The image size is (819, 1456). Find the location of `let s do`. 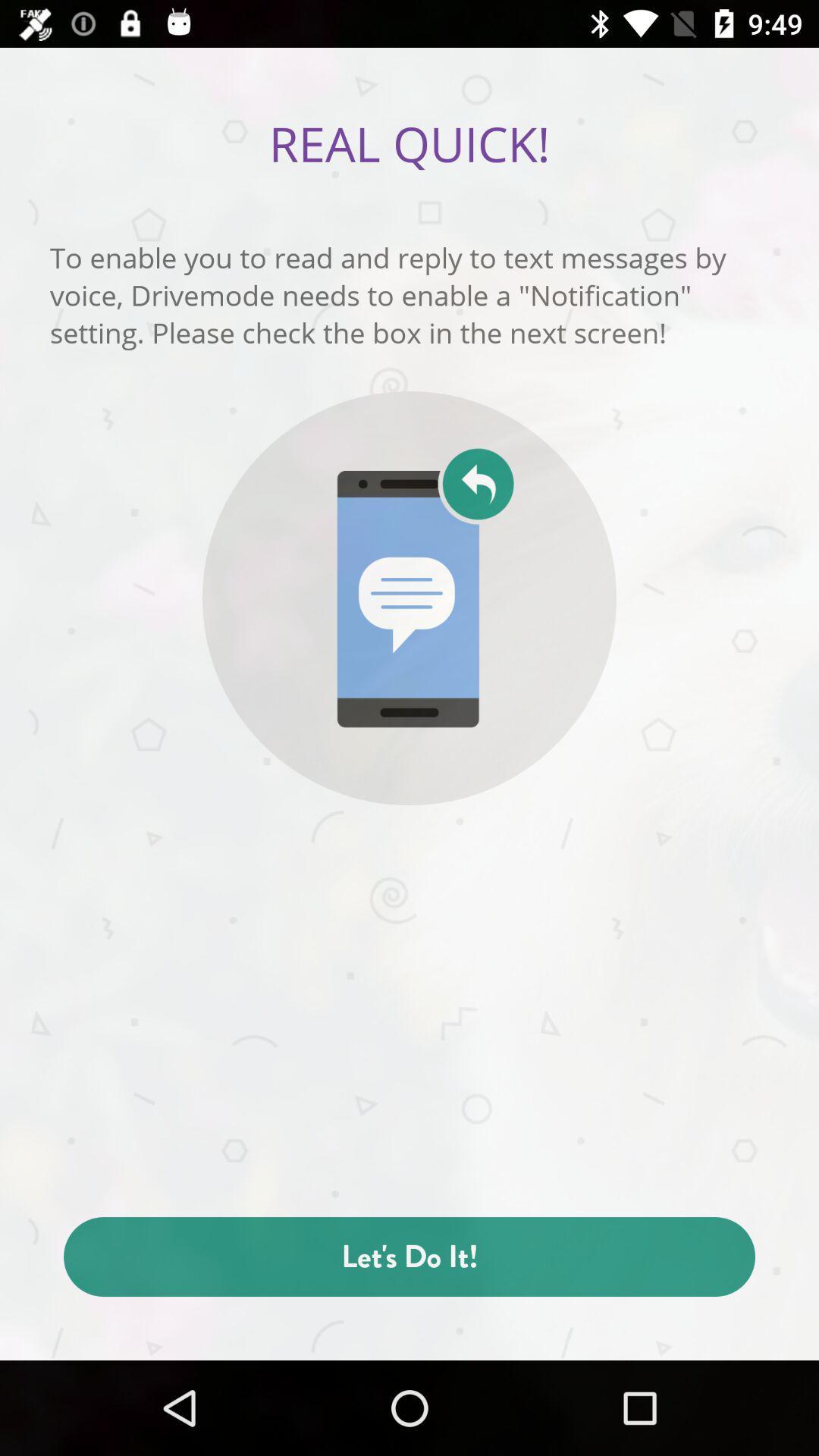

let s do is located at coordinates (409, 1257).